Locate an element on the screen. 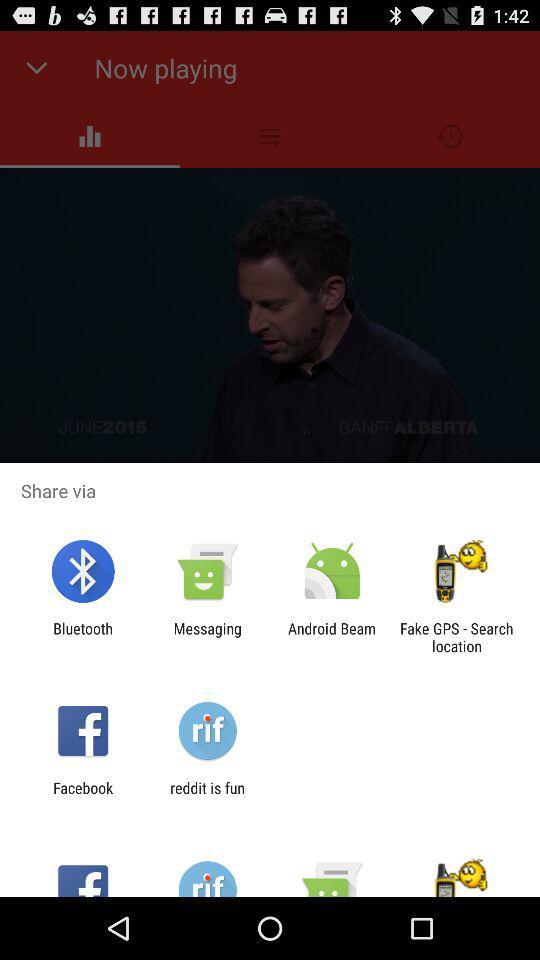 Image resolution: width=540 pixels, height=960 pixels. the android beam item is located at coordinates (332, 636).